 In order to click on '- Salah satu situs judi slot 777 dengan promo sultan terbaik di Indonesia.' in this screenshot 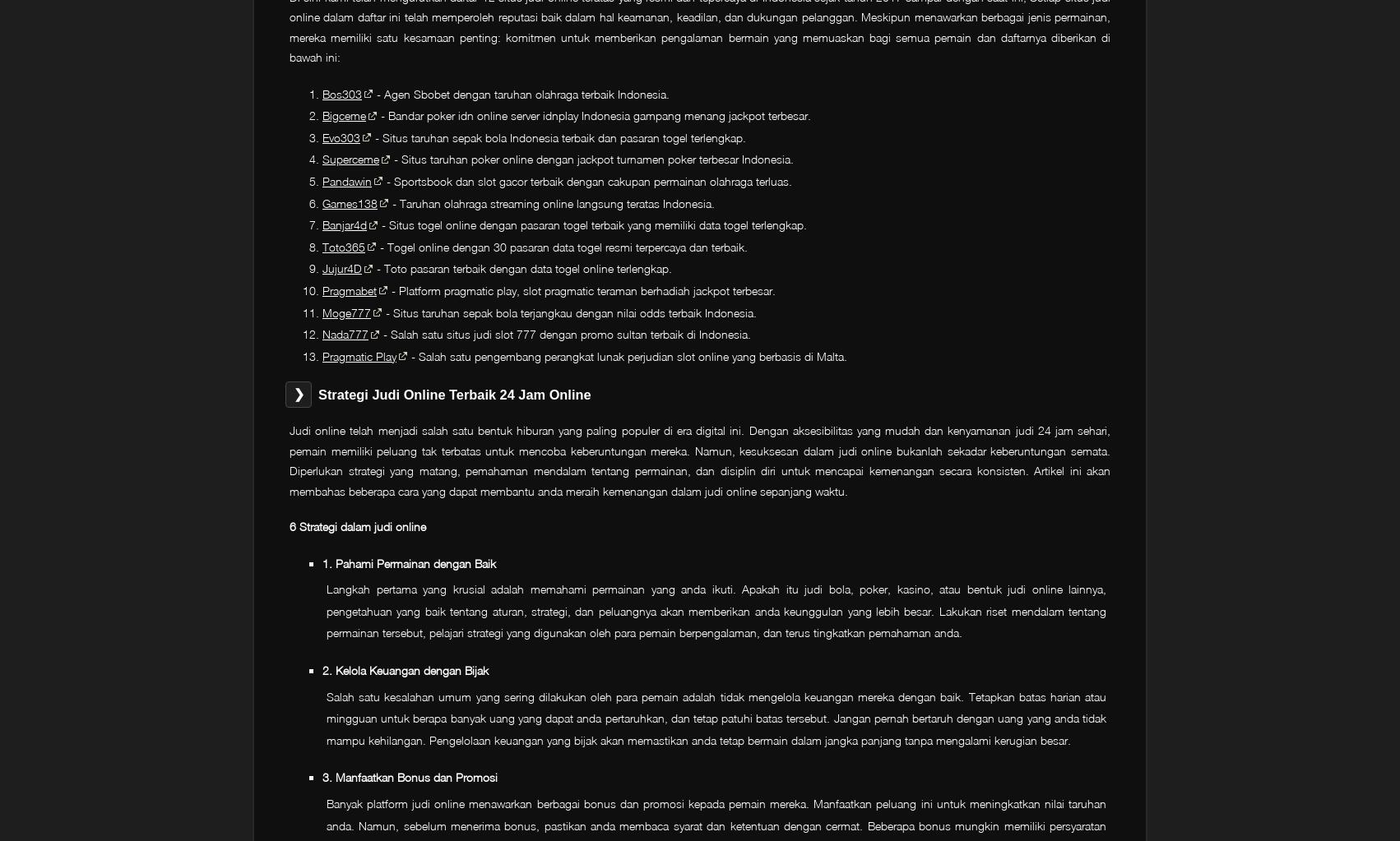, I will do `click(565, 334)`.